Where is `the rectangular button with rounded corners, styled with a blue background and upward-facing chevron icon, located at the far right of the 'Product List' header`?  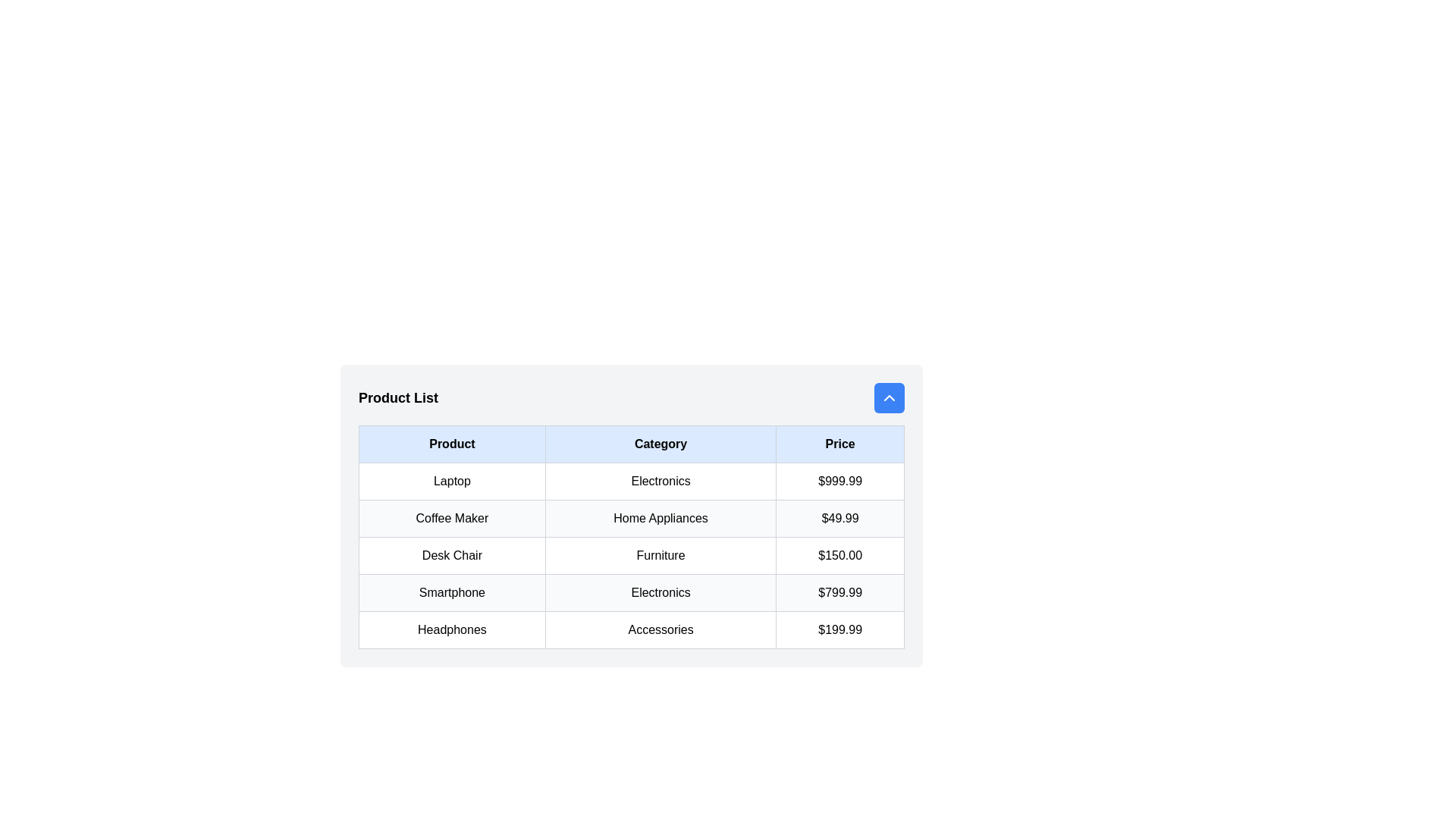 the rectangular button with rounded corners, styled with a blue background and upward-facing chevron icon, located at the far right of the 'Product List' header is located at coordinates (889, 397).